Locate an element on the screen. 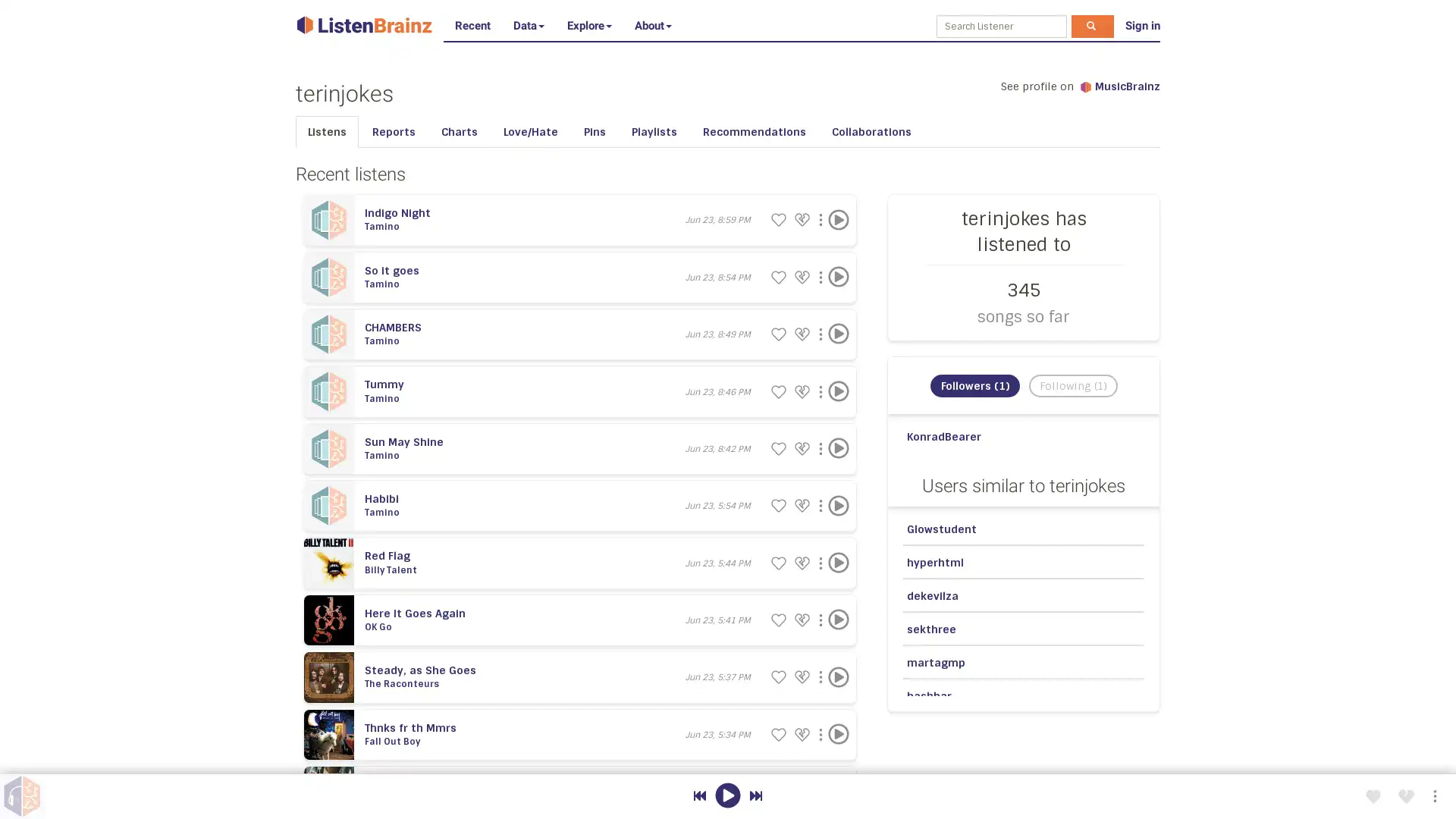 Image resolution: width=1456 pixels, height=819 pixels. Play is located at coordinates (837, 391).